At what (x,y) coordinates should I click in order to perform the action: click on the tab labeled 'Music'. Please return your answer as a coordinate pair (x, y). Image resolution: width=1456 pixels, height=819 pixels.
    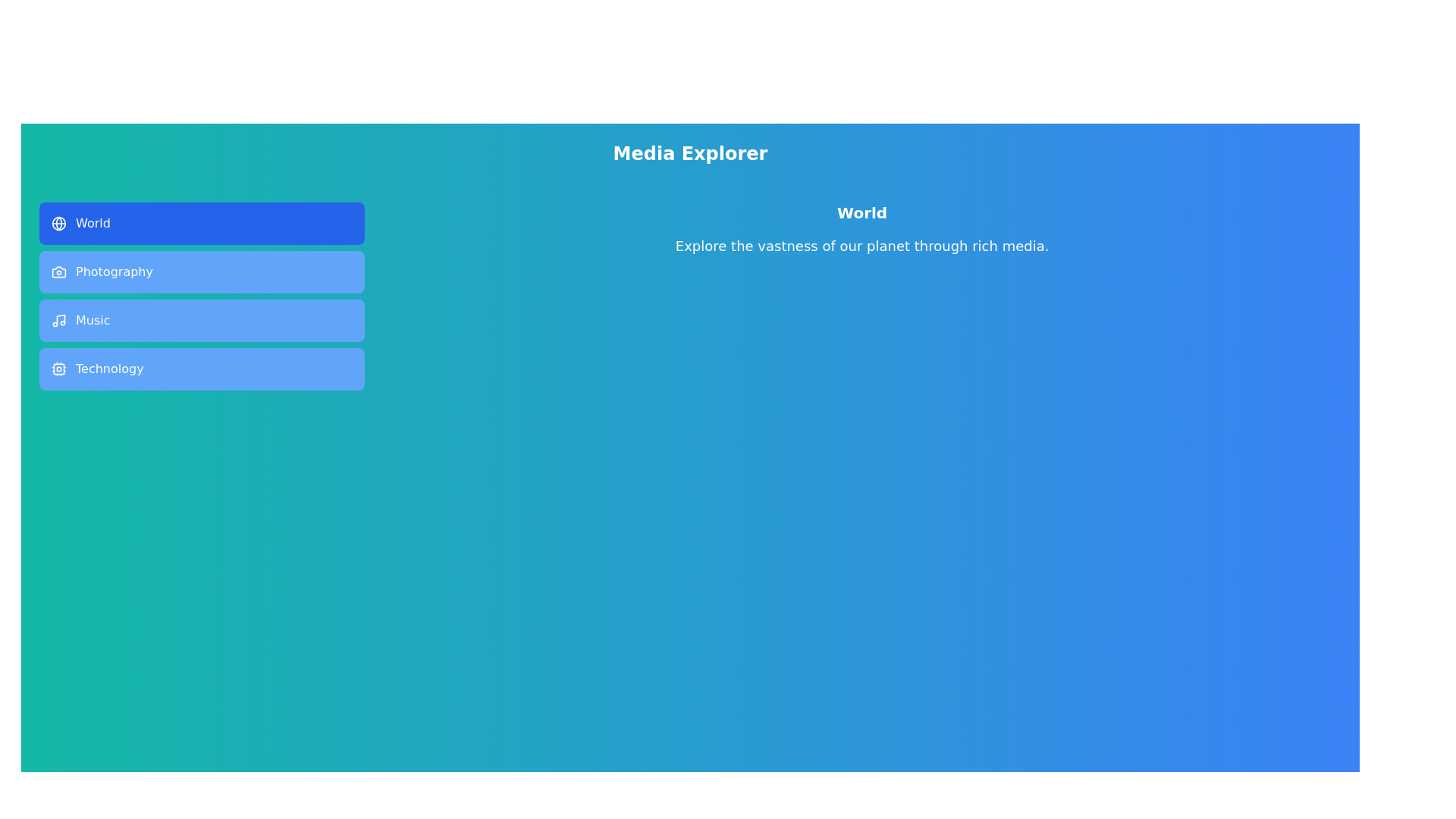
    Looking at the image, I should click on (201, 320).